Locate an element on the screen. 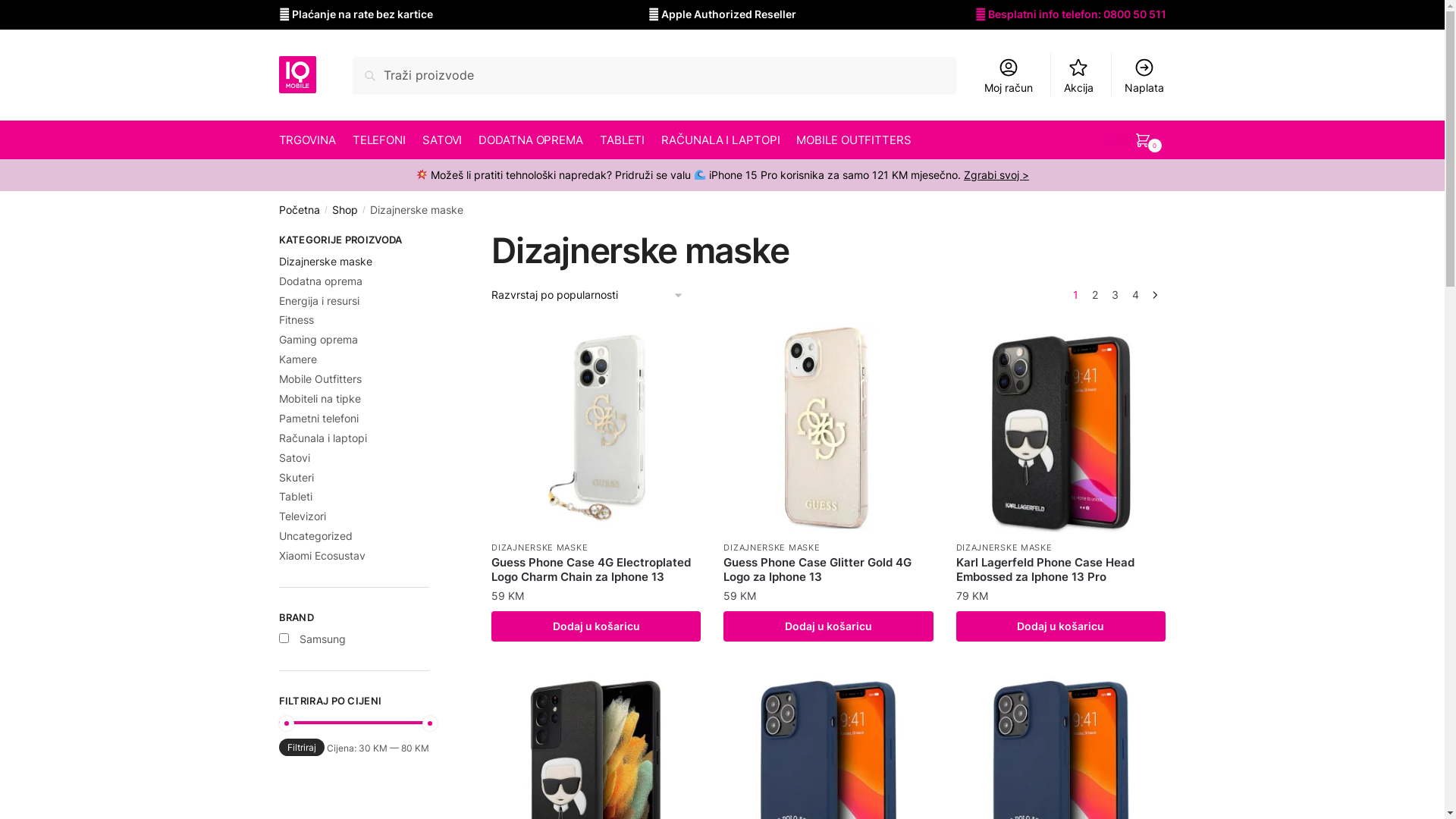 Image resolution: width=1456 pixels, height=819 pixels. 'Gaming oprema' is located at coordinates (318, 338).